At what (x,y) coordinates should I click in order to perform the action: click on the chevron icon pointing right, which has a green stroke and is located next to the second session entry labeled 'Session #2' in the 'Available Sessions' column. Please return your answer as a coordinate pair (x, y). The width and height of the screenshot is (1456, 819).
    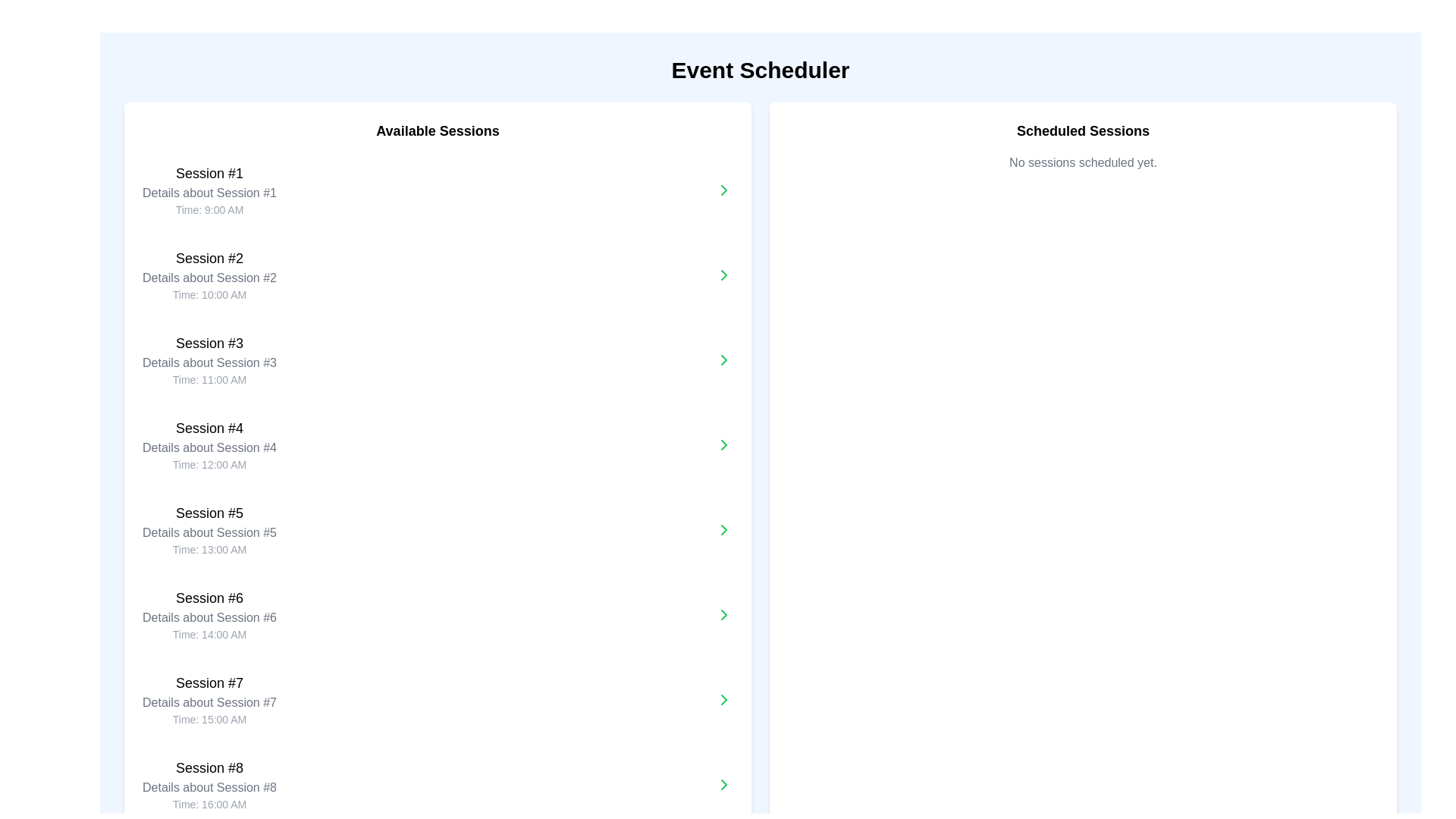
    Looking at the image, I should click on (723, 275).